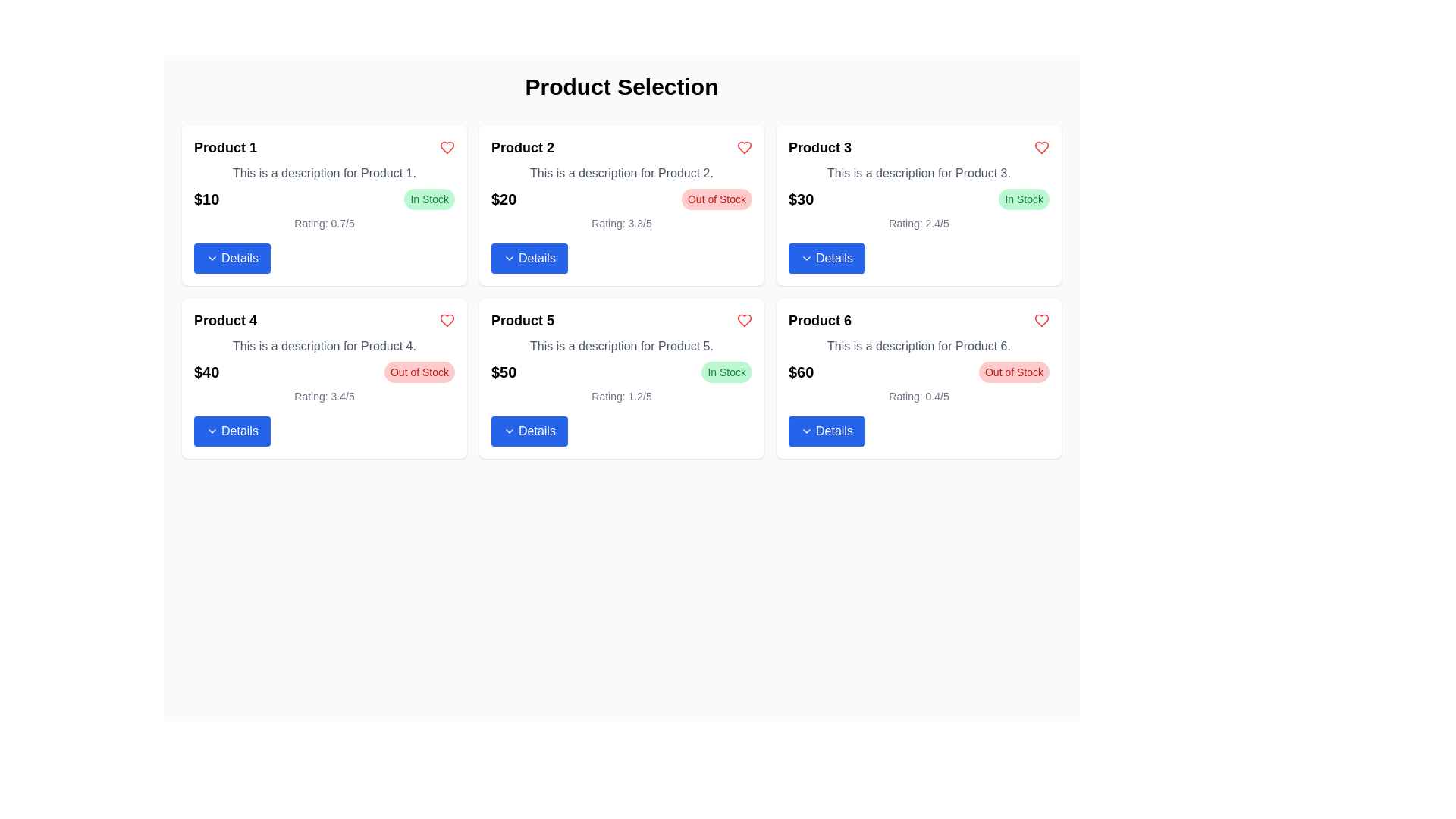 Image resolution: width=1456 pixels, height=819 pixels. I want to click on the downward chevron icon with a black outline inside the 'Details' button, so click(211, 431).